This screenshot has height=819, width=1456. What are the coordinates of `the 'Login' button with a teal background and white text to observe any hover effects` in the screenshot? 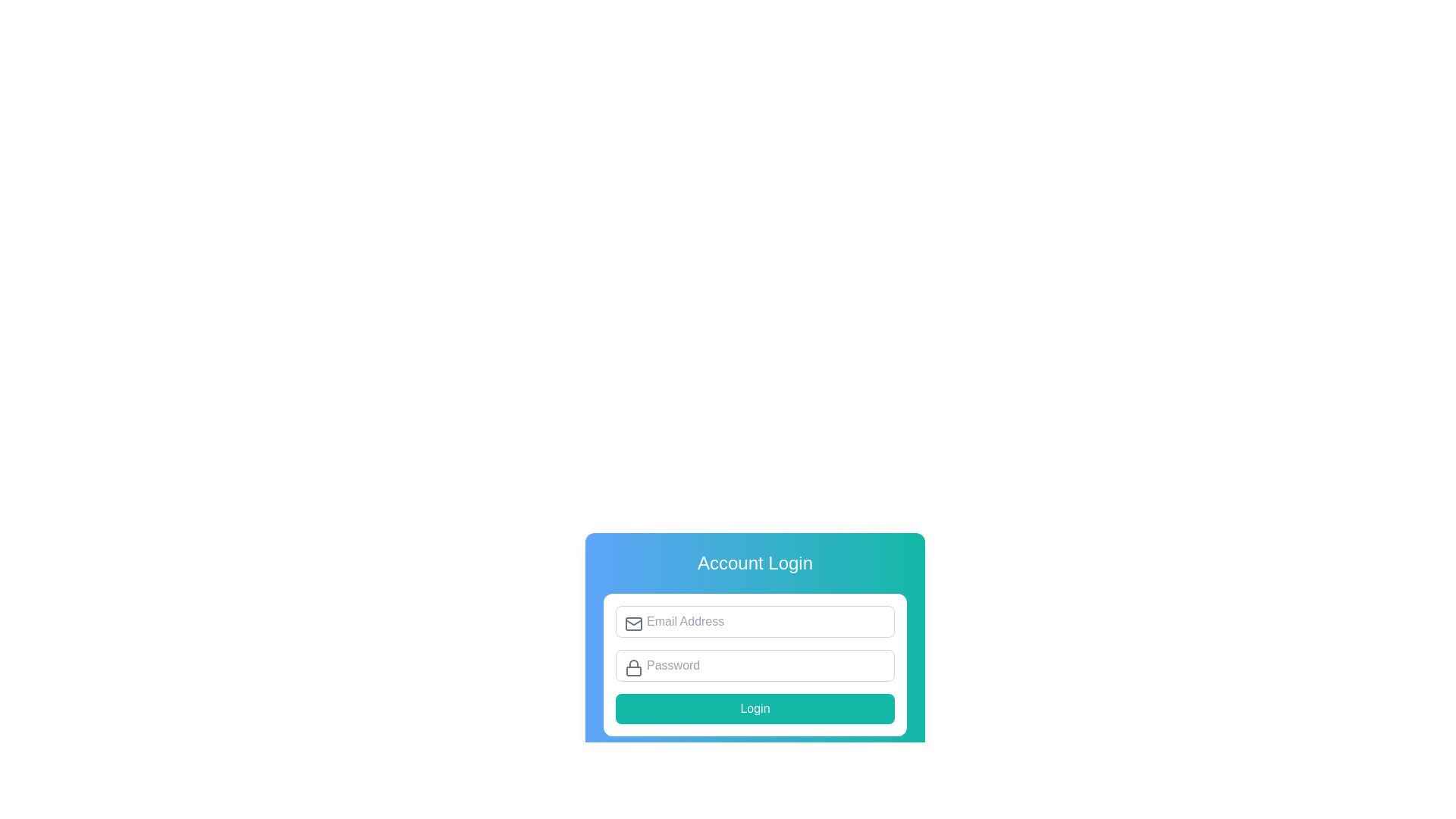 It's located at (755, 708).